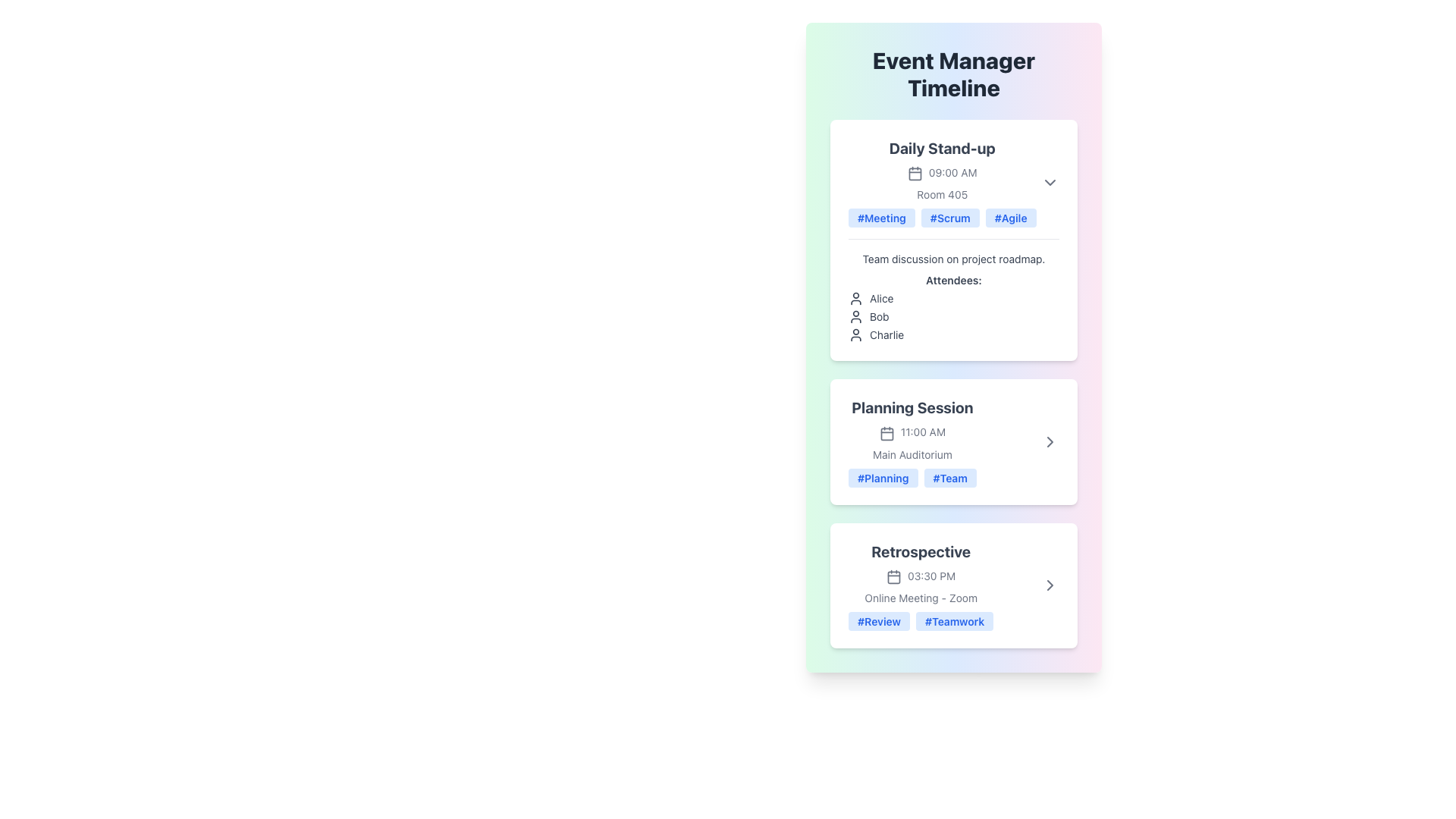 The image size is (1456, 819). What do you see at coordinates (914, 173) in the screenshot?
I see `the calendar icon located in the 'Daily Stand-up' event section, positioned just to the left of the '09:00 AM' text` at bounding box center [914, 173].